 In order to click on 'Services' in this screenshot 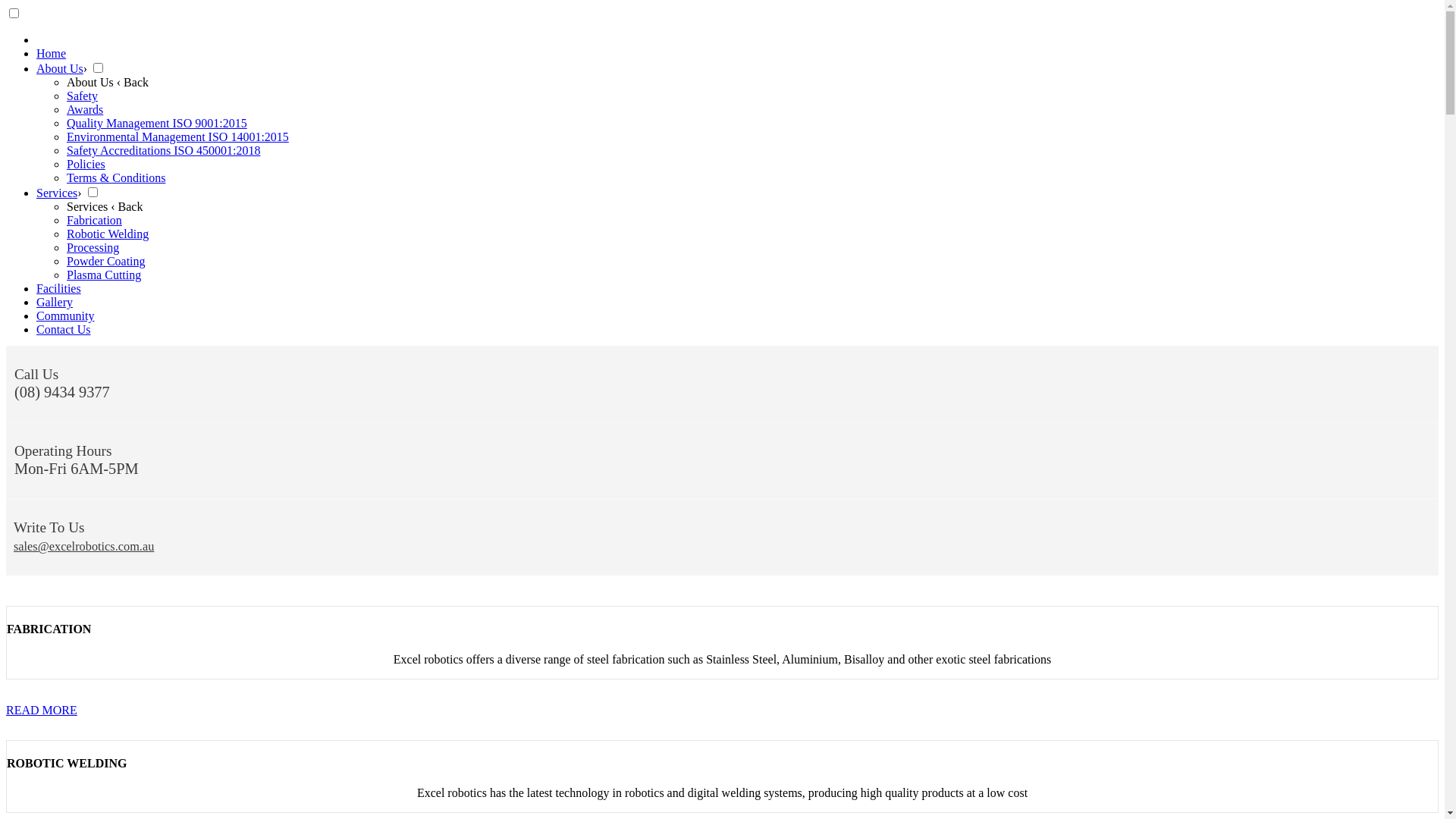, I will do `click(36, 192)`.